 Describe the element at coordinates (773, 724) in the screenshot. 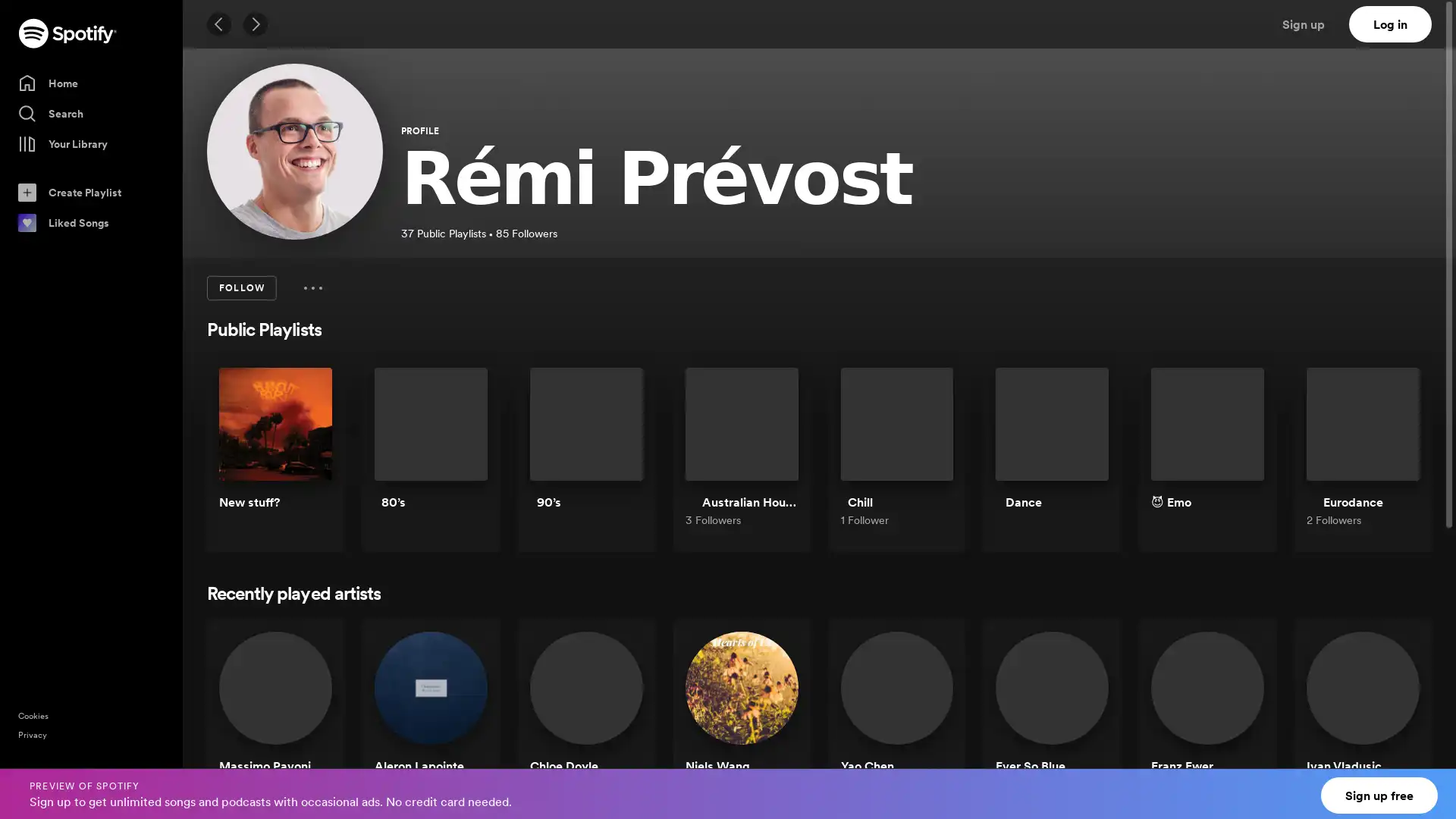

I see `Play Niels Wang` at that location.